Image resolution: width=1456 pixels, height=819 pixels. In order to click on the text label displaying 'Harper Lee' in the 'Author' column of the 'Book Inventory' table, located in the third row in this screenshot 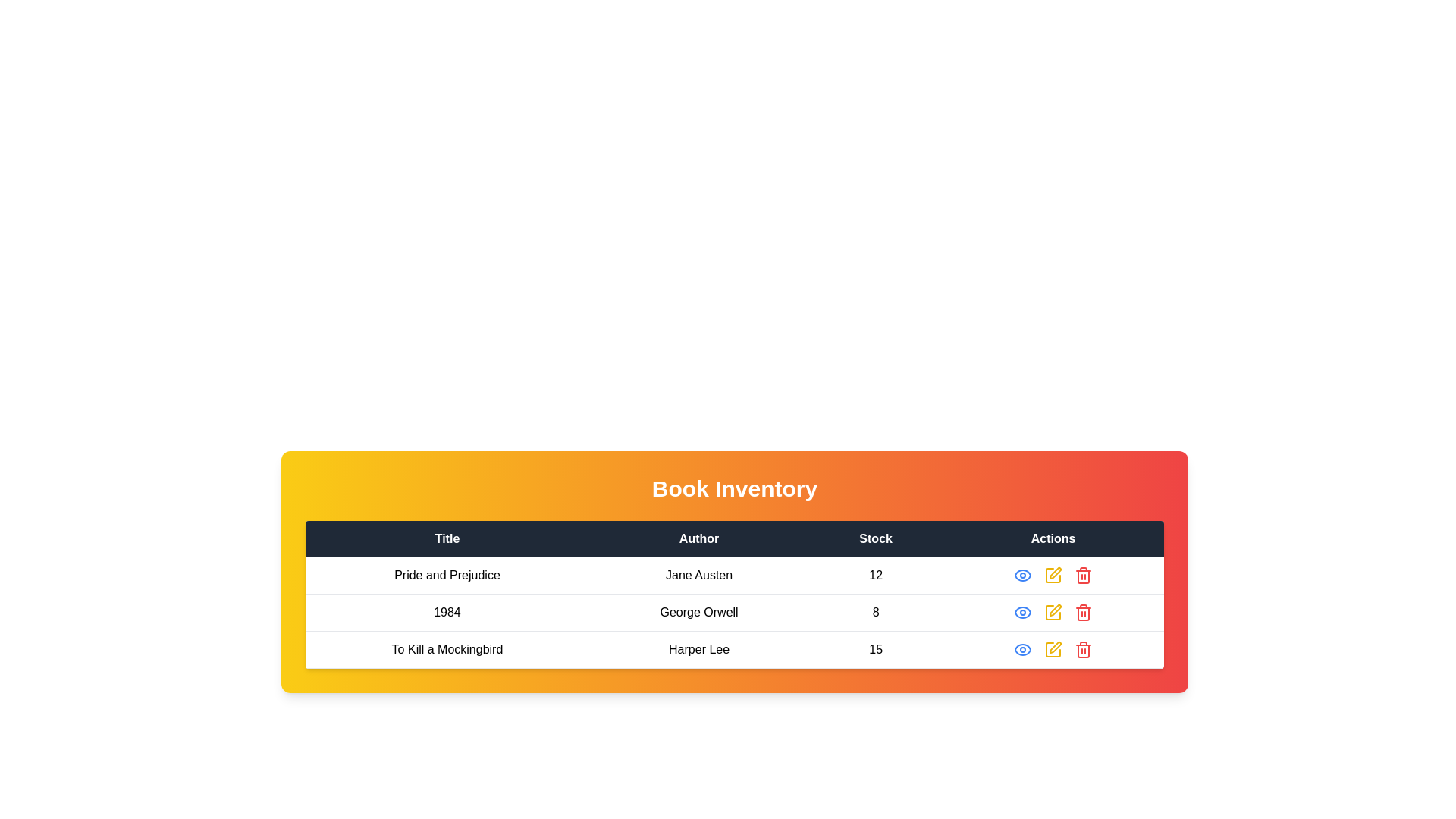, I will do `click(698, 648)`.